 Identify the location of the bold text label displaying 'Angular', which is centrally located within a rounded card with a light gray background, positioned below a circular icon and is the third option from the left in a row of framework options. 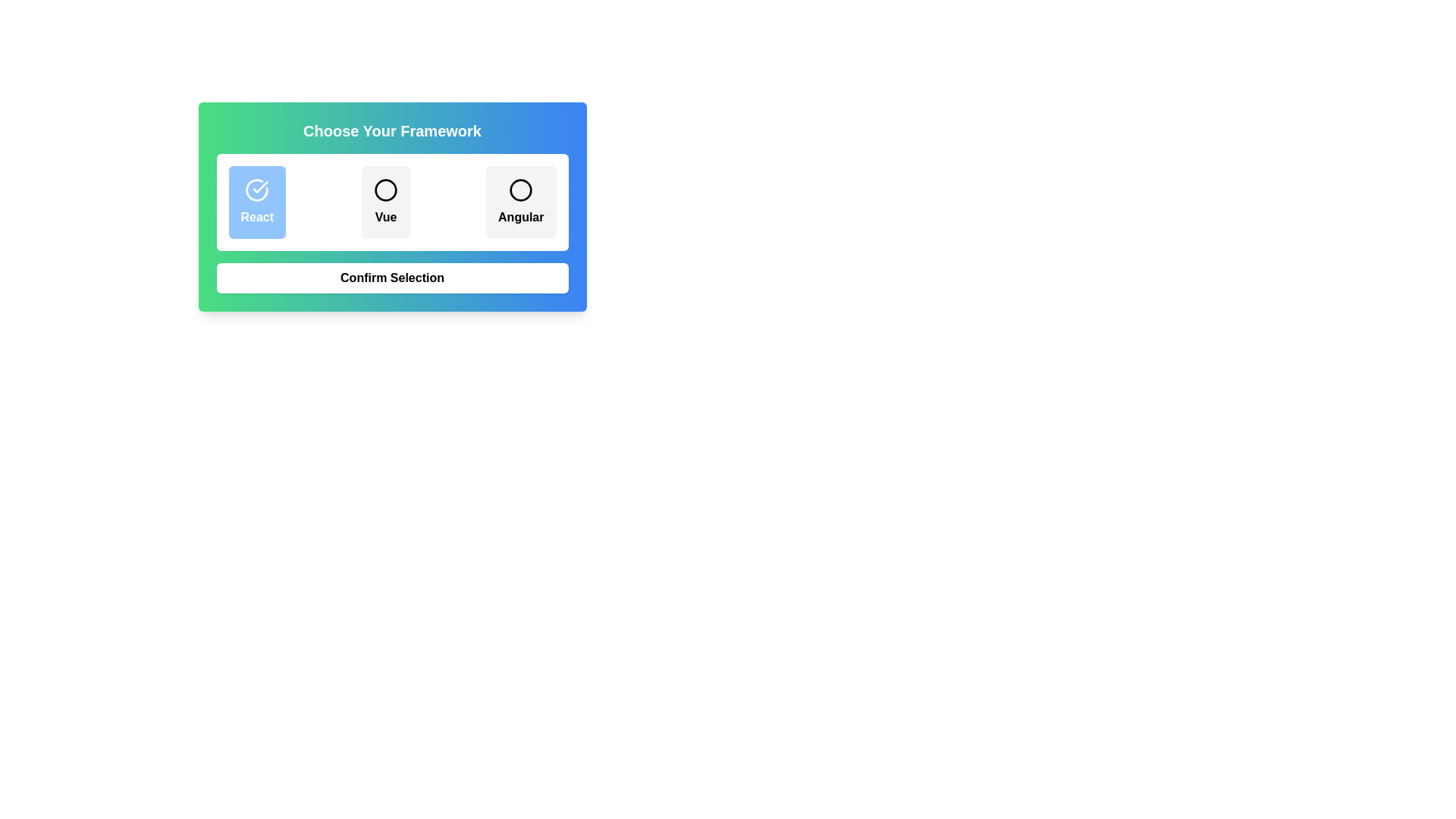
(521, 217).